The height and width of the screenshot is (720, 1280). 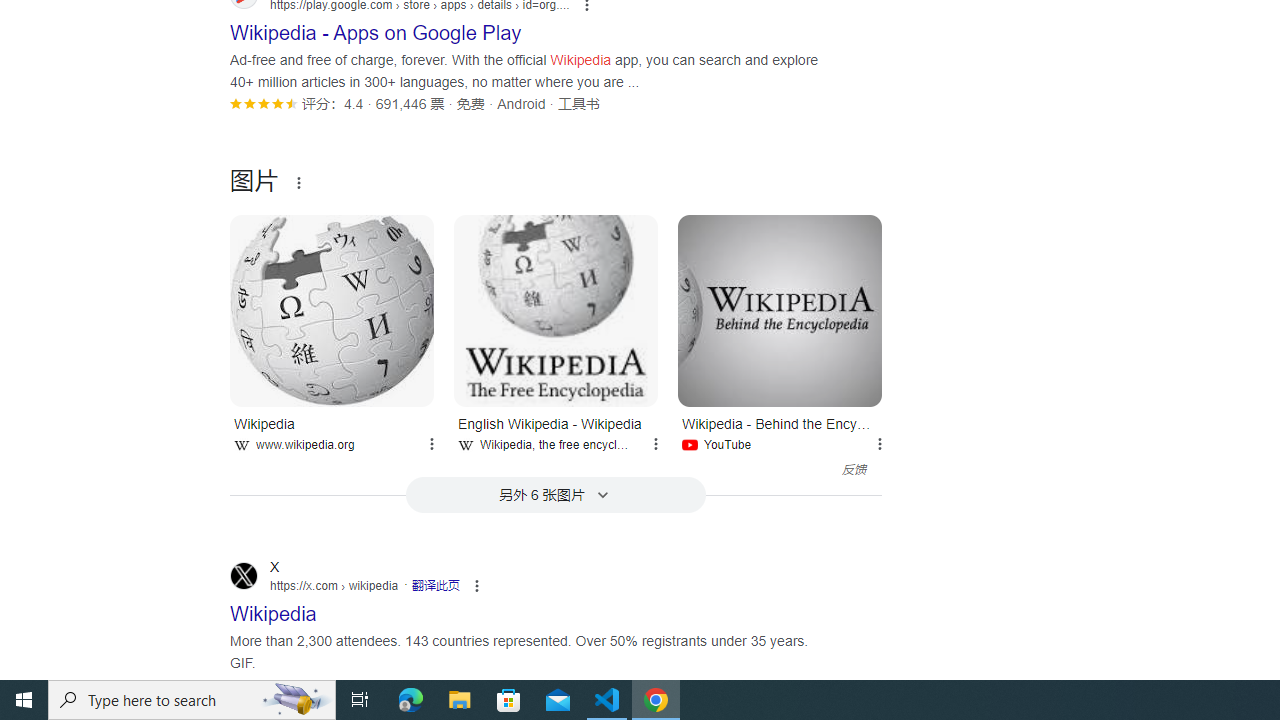 What do you see at coordinates (779, 310) in the screenshot?
I see `'Wikipedia - Behind the Encyclopedia'` at bounding box center [779, 310].